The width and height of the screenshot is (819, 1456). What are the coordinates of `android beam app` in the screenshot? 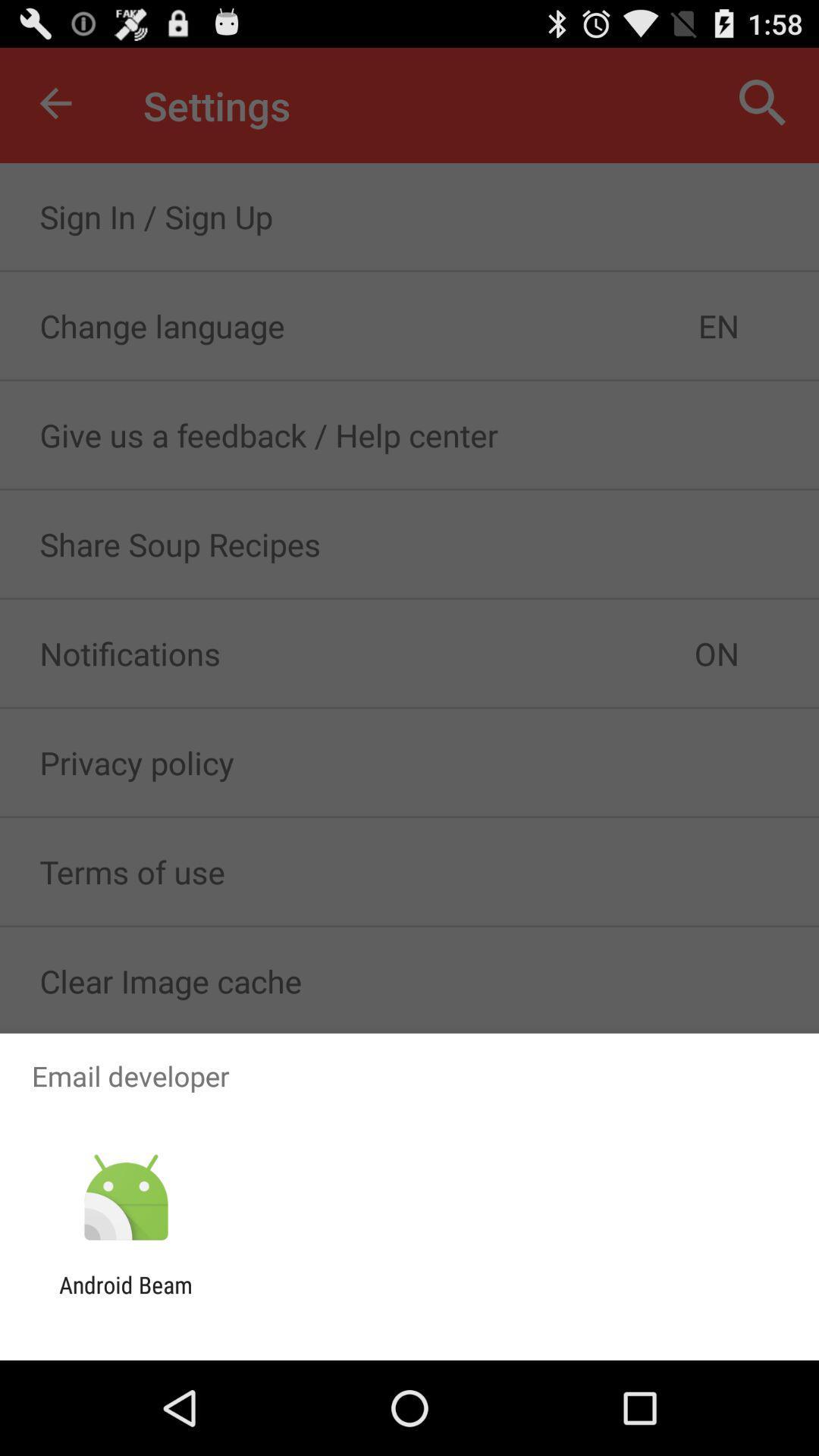 It's located at (125, 1298).